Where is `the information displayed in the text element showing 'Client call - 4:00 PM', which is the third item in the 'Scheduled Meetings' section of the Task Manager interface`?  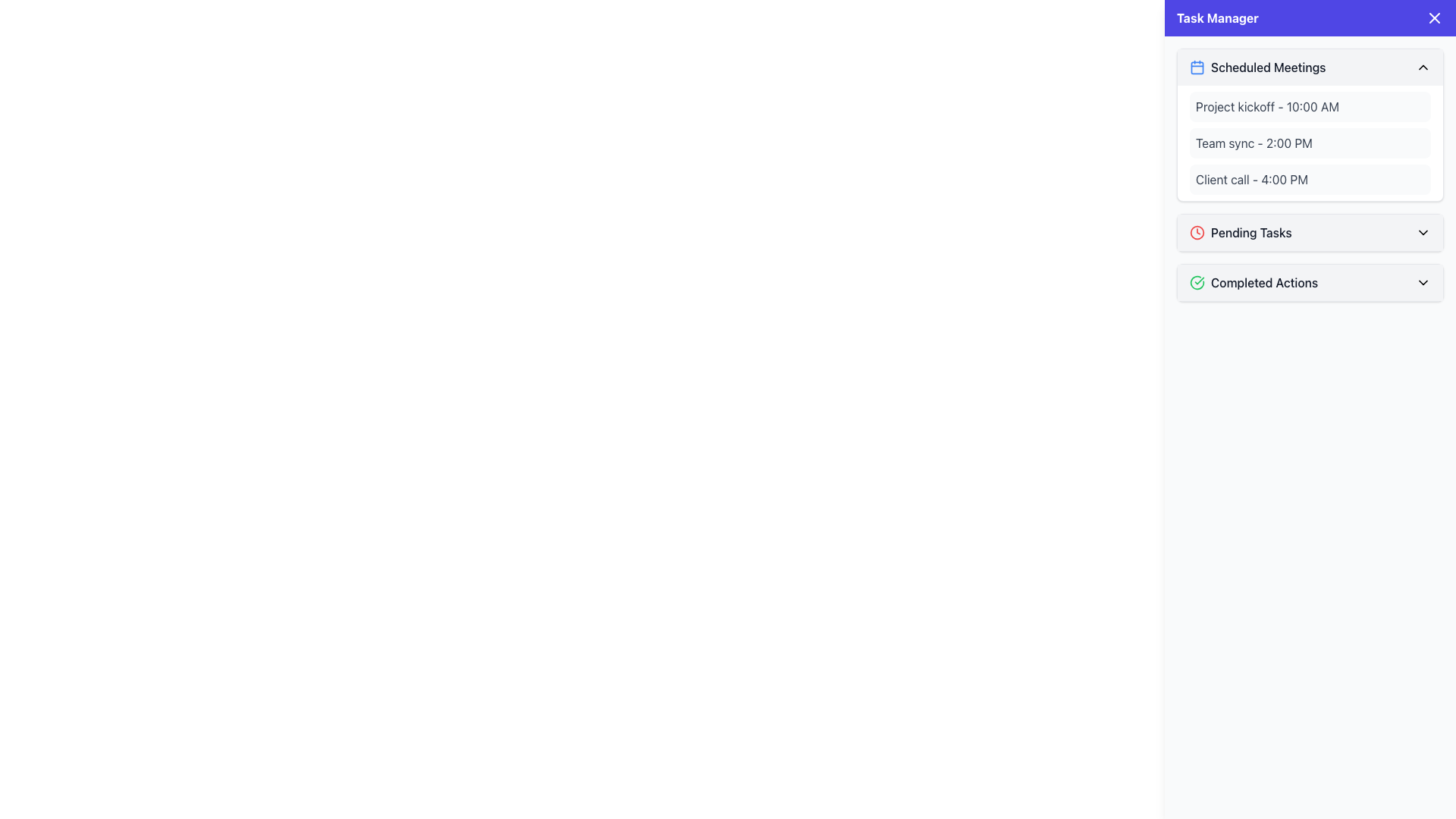
the information displayed in the text element showing 'Client call - 4:00 PM', which is the third item in the 'Scheduled Meetings' section of the Task Manager interface is located at coordinates (1252, 178).